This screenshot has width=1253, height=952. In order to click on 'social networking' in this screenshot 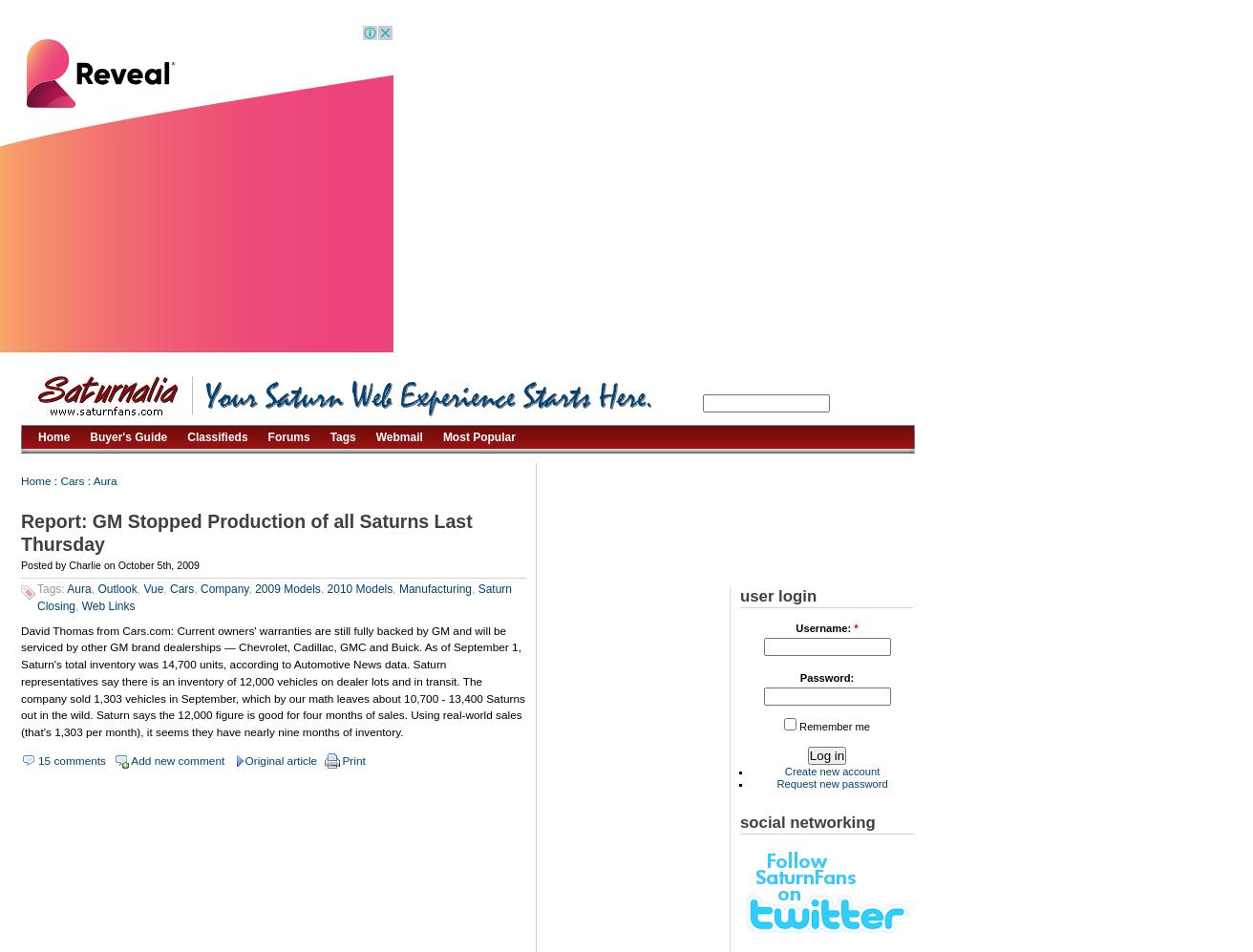, I will do `click(739, 821)`.